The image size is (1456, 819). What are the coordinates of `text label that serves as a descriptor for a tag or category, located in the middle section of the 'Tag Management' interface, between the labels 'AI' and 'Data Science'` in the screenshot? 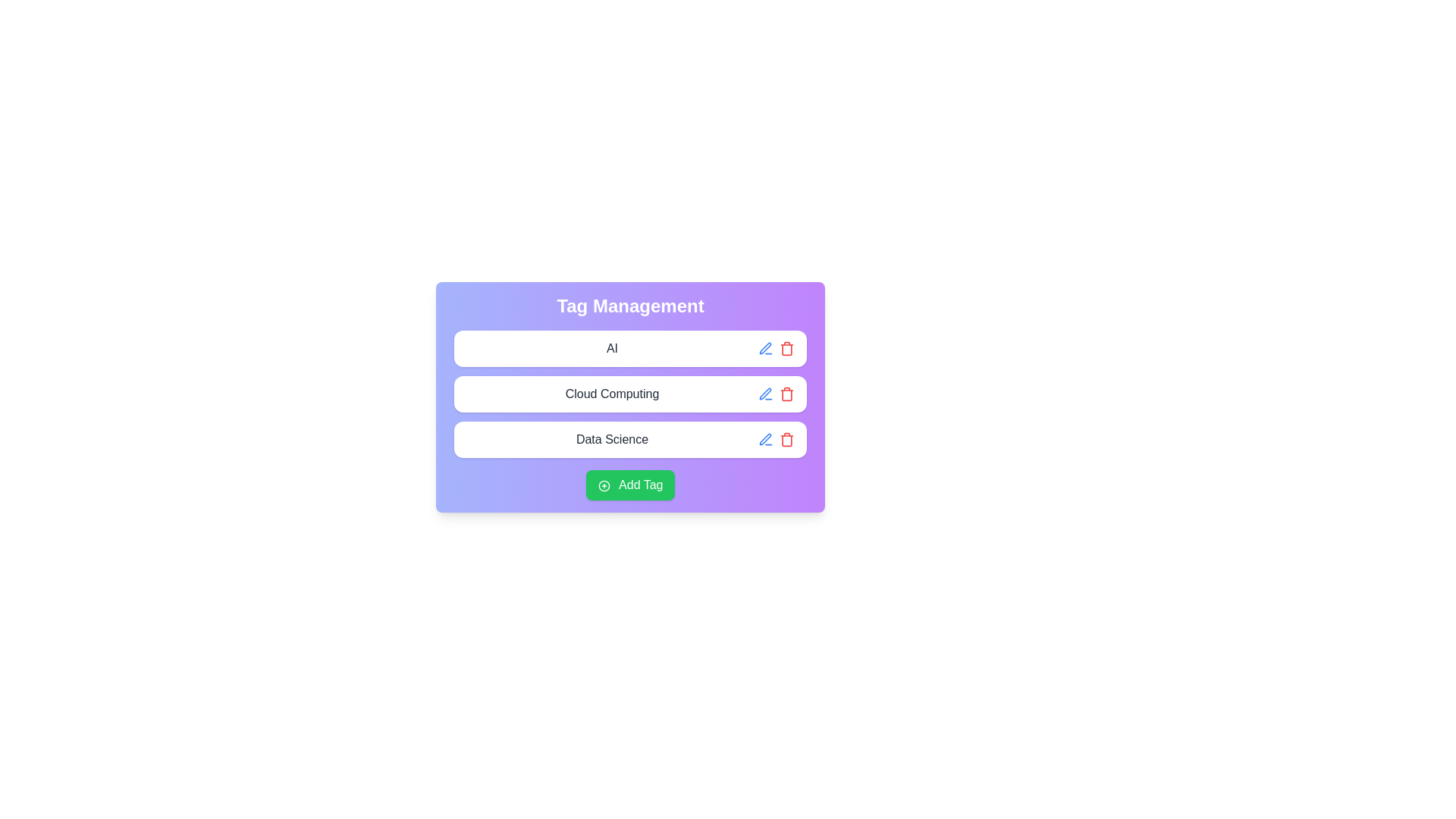 It's located at (612, 394).